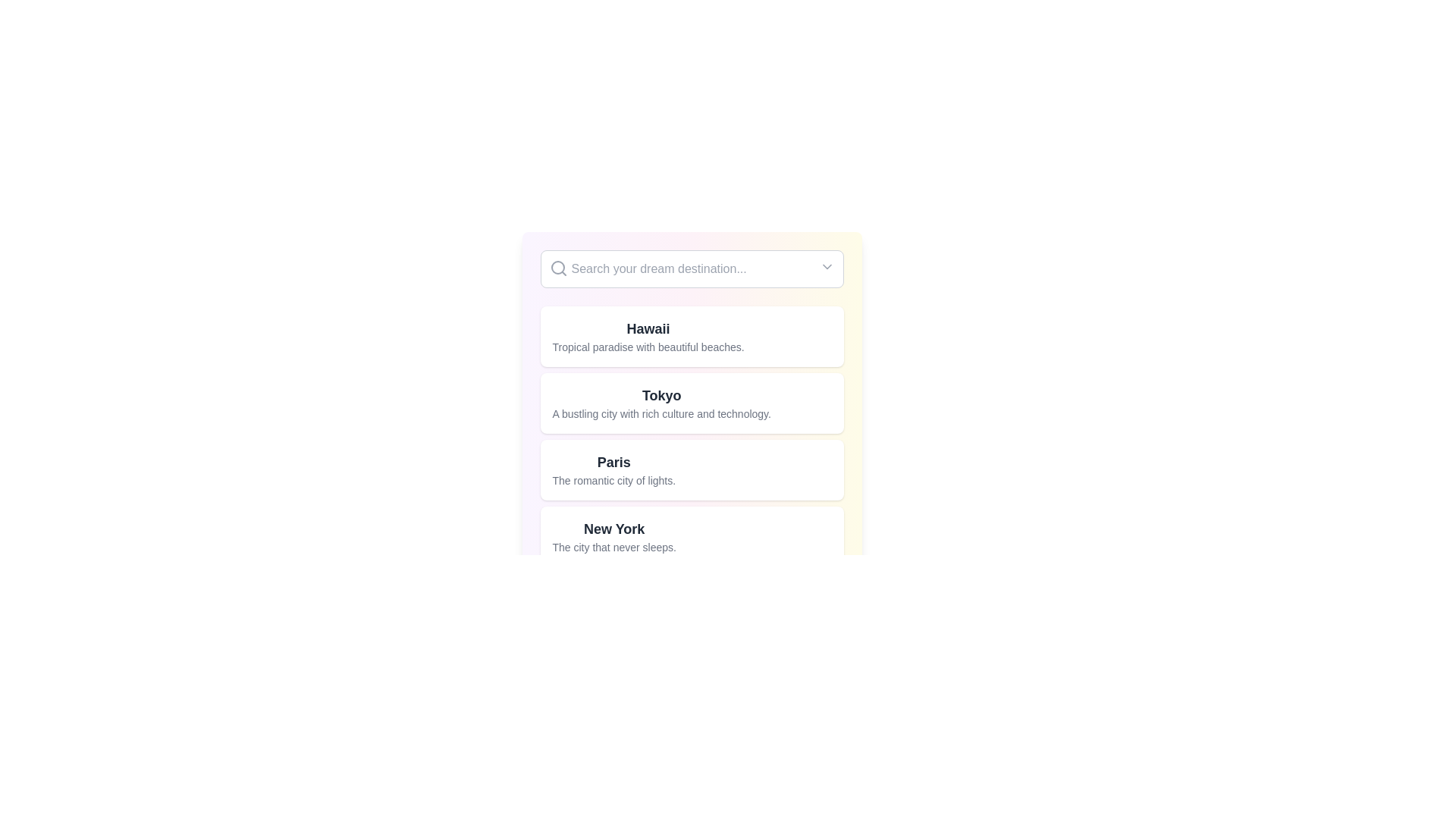  Describe the element at coordinates (648, 335) in the screenshot. I see `the first list item containing the title 'Hawaii' and the description 'Tropical paradise with beautiful beaches.'` at that location.